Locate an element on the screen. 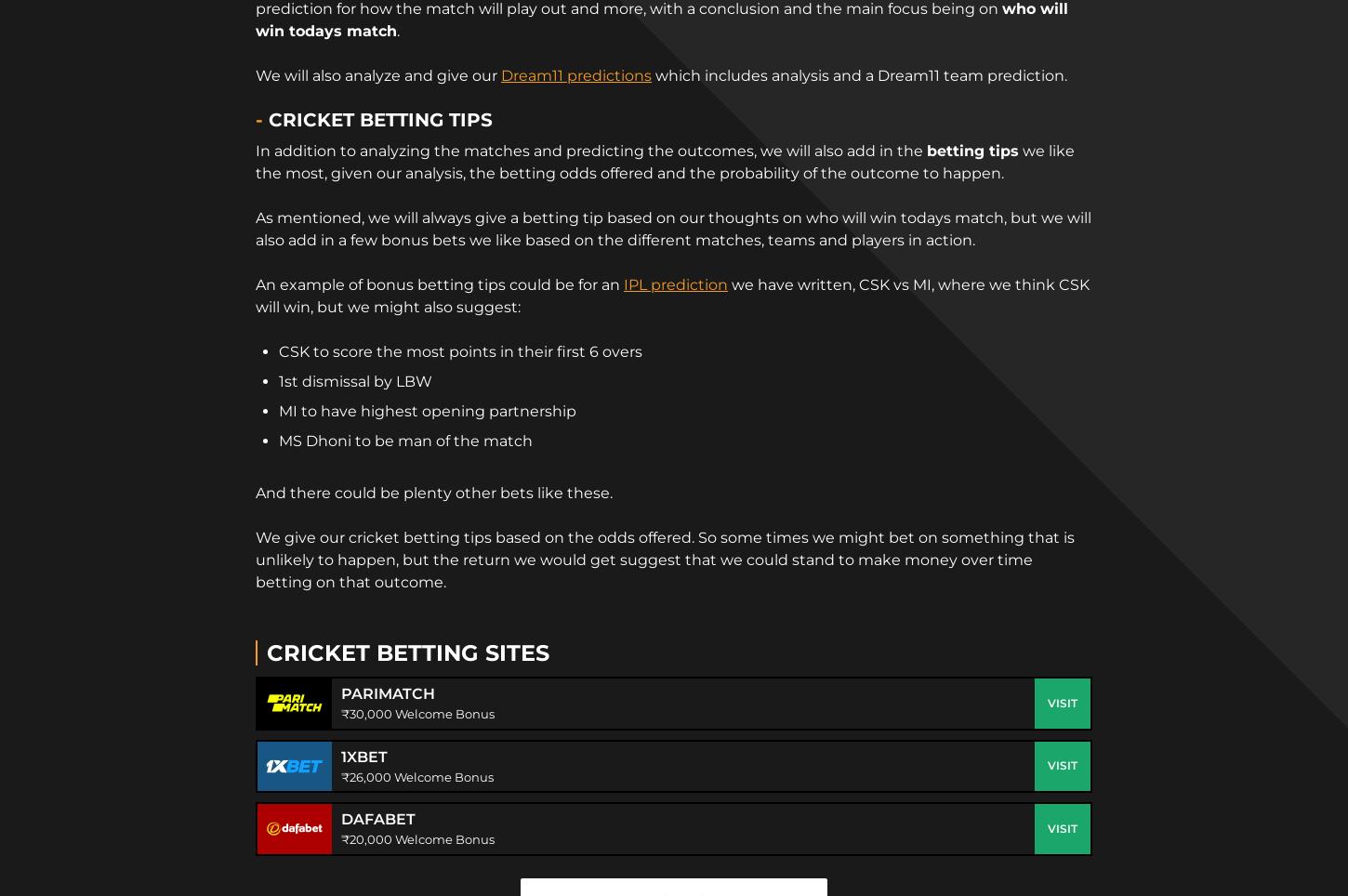  'We will also analyze and give our' is located at coordinates (377, 74).